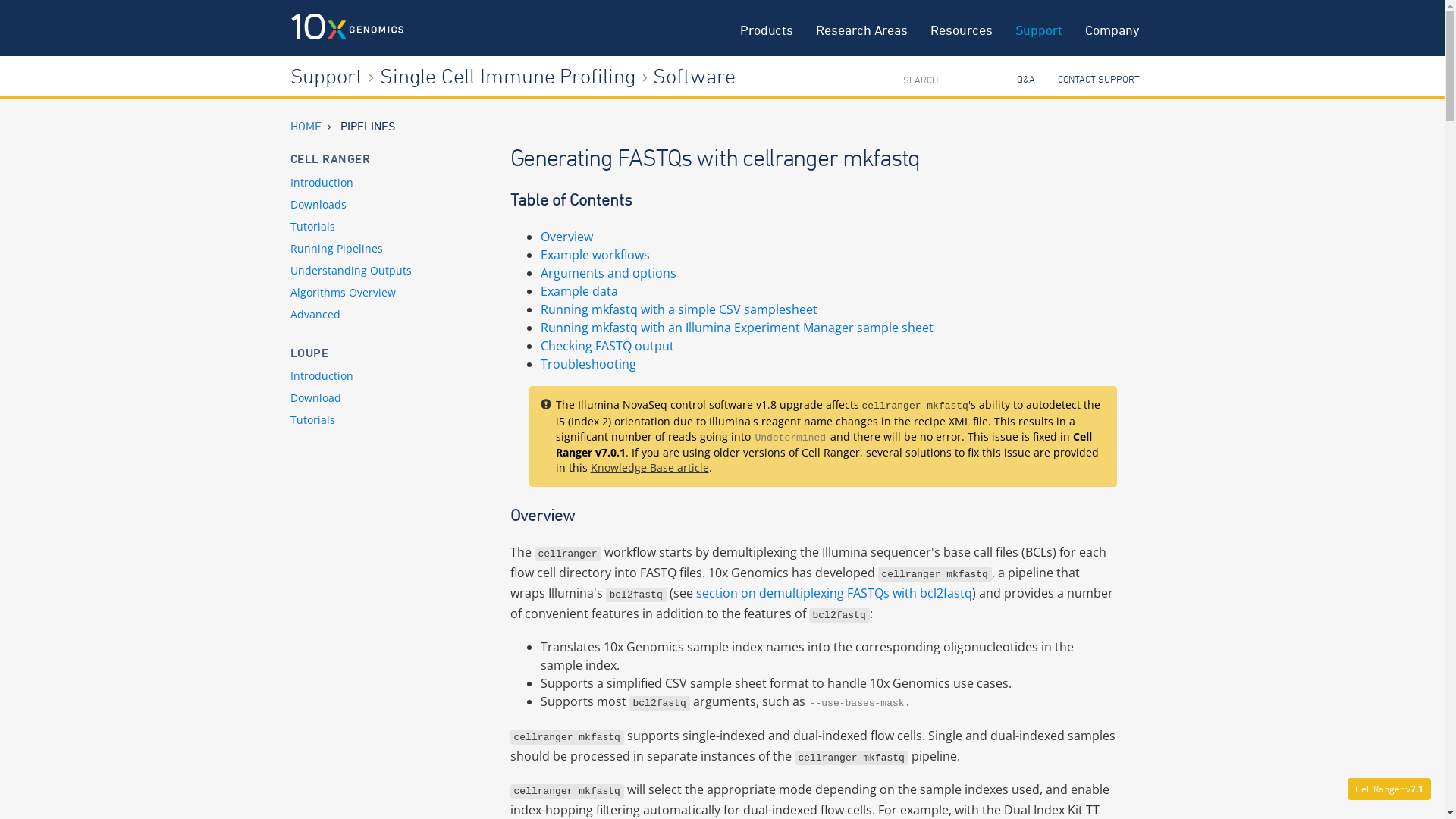 Image resolution: width=1456 pixels, height=819 pixels. Describe the element at coordinates (960, 28) in the screenshot. I see `'Resources'` at that location.